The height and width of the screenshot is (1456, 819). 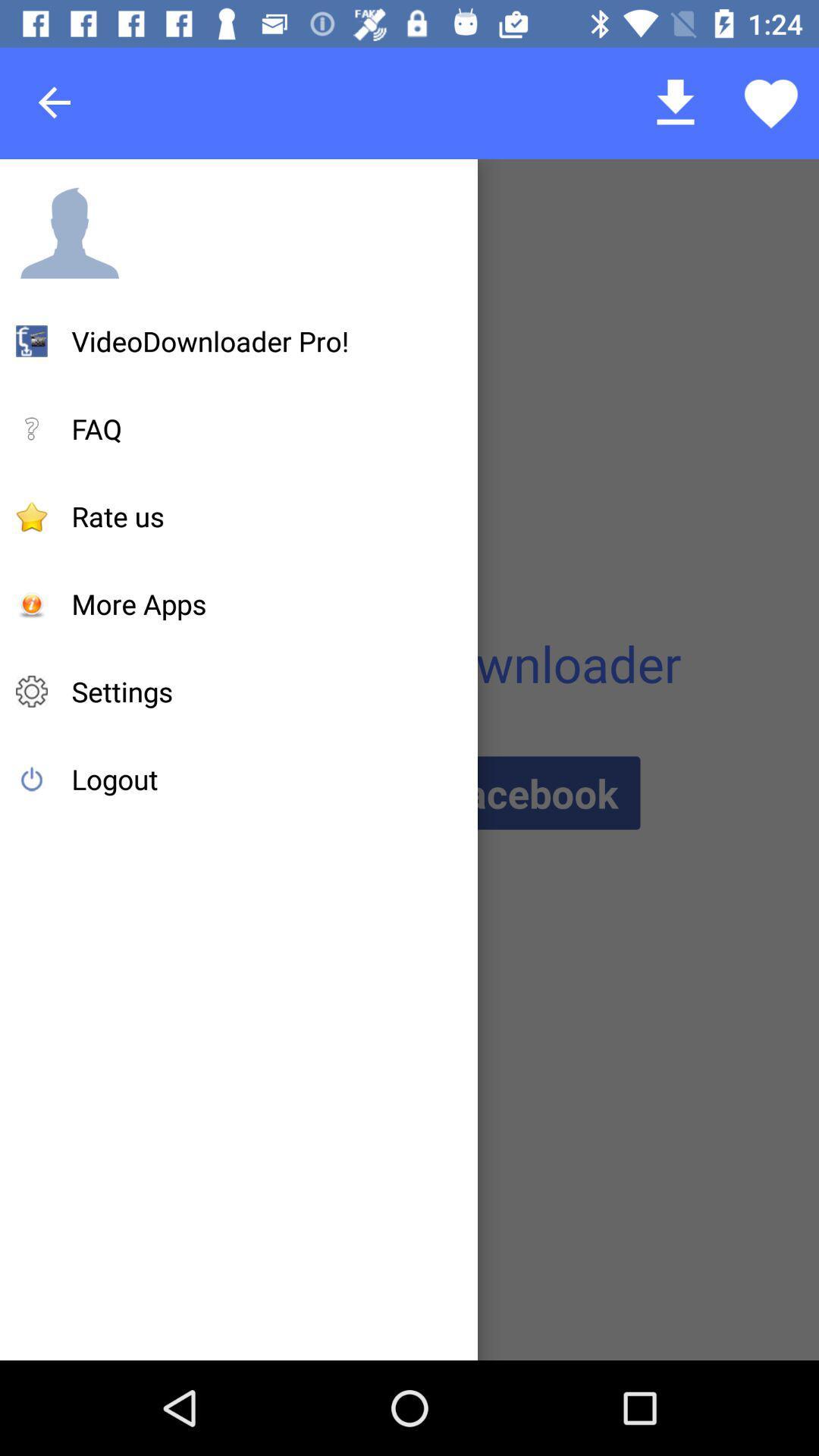 I want to click on item above the rate us icon, so click(x=96, y=428).